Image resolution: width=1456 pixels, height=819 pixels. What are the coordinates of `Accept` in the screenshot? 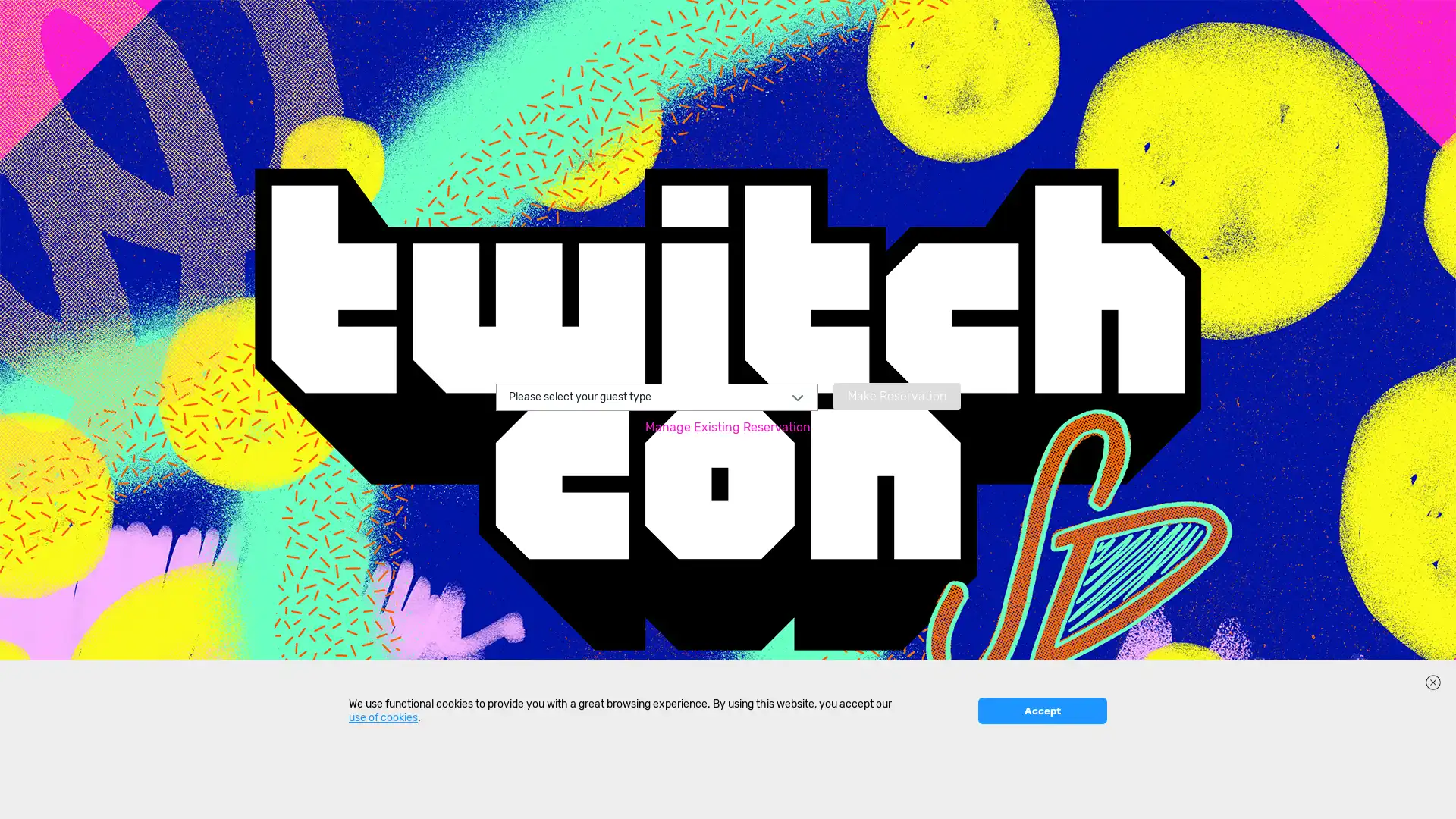 It's located at (1041, 796).